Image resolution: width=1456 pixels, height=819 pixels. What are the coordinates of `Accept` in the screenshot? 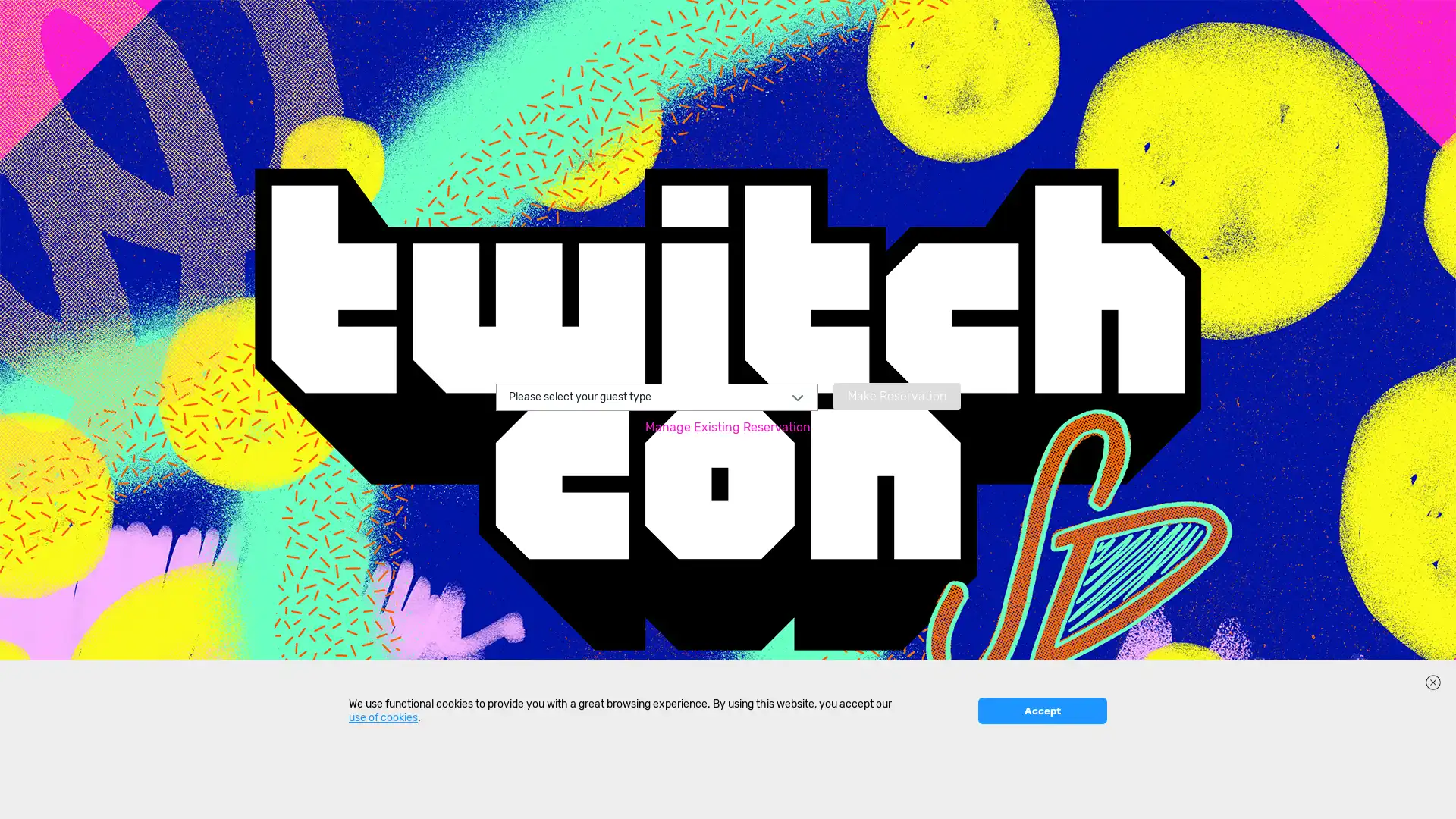 It's located at (1041, 796).